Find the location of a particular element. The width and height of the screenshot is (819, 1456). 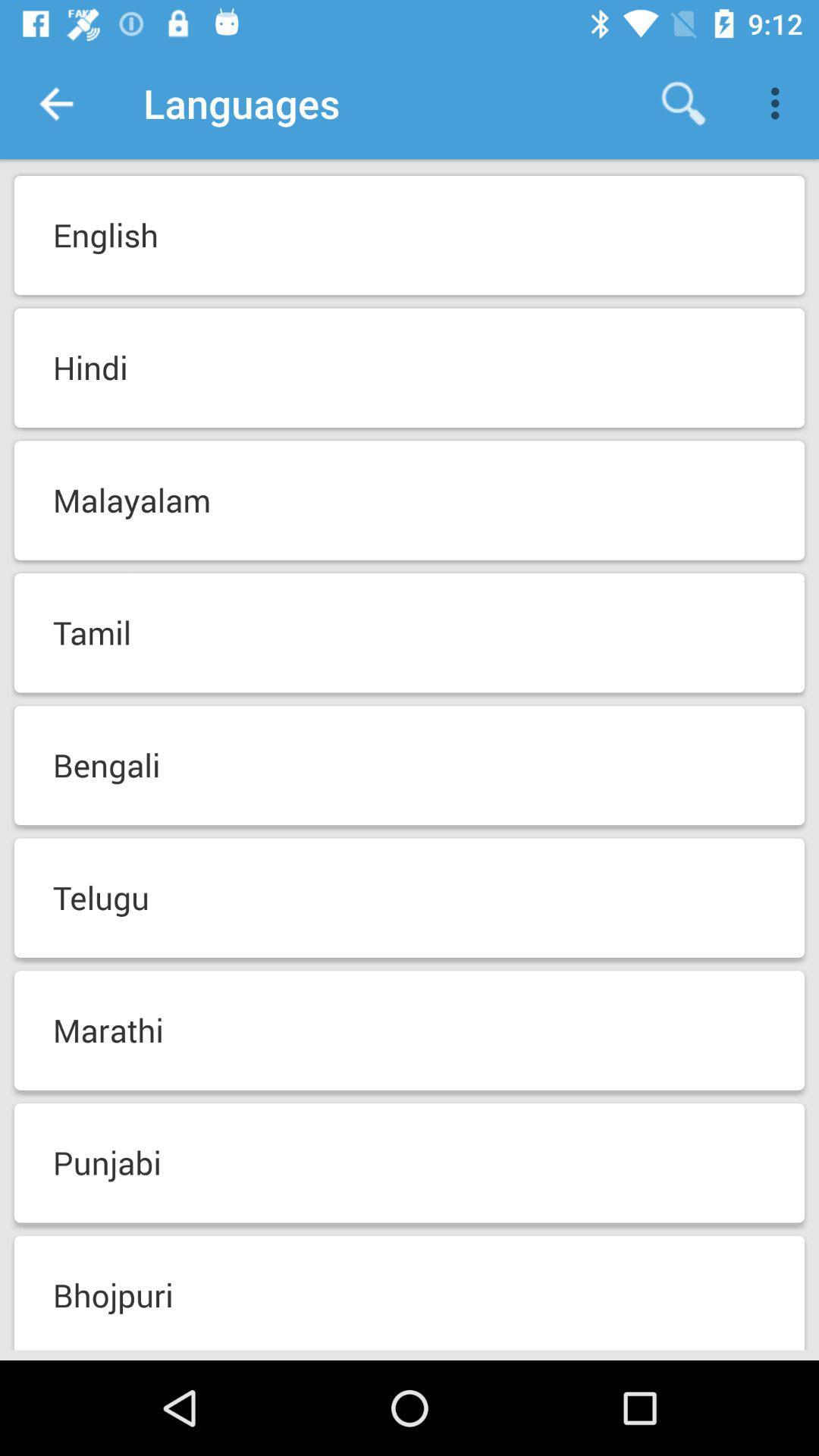

app next to the languages  item is located at coordinates (55, 102).